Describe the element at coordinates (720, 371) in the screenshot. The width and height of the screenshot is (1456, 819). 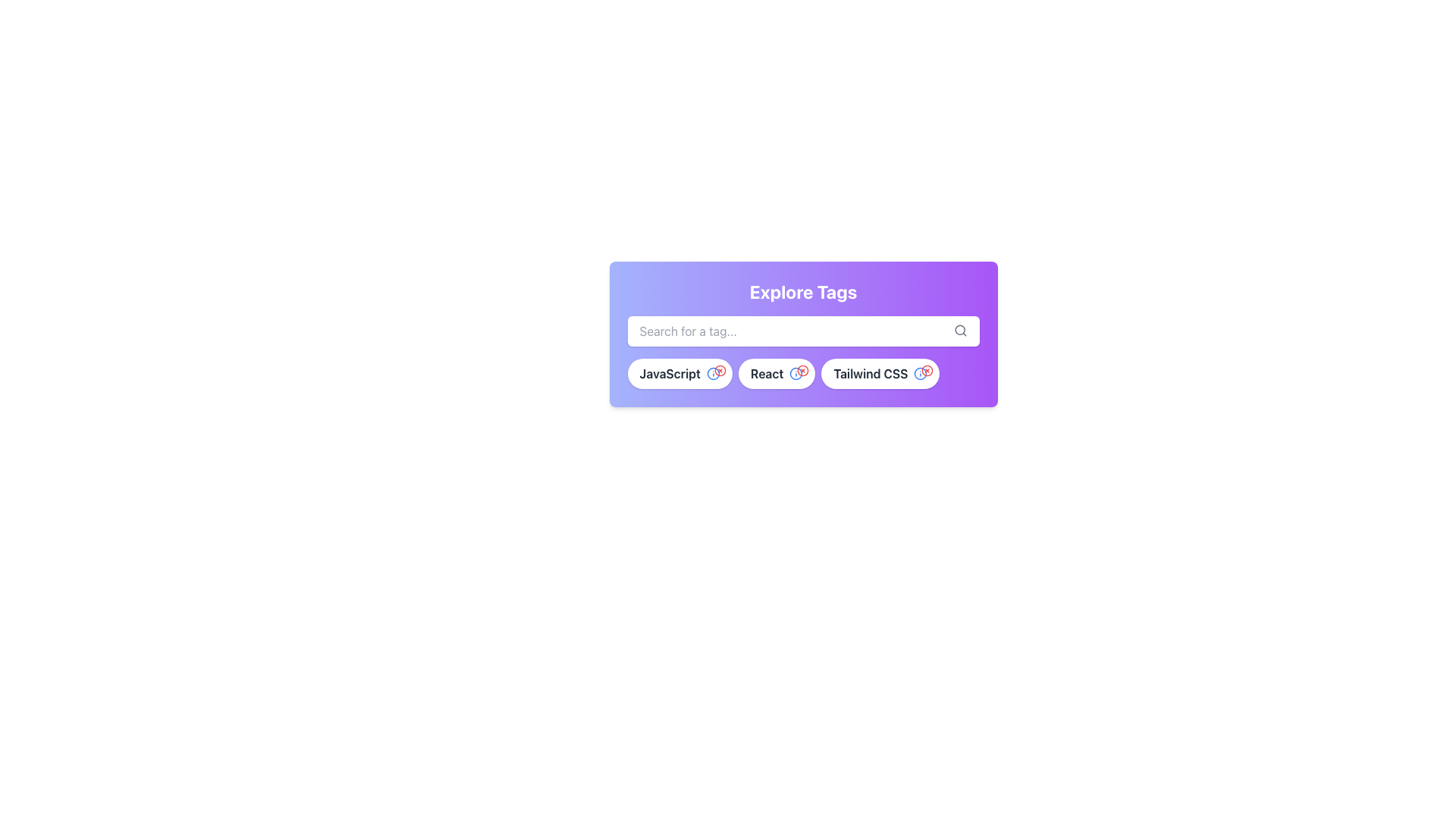
I see `the circular outline associated with the 'JavaScript' button located in the 'Explore Tags' section, positioned on the leftmost button under the search bar` at that location.